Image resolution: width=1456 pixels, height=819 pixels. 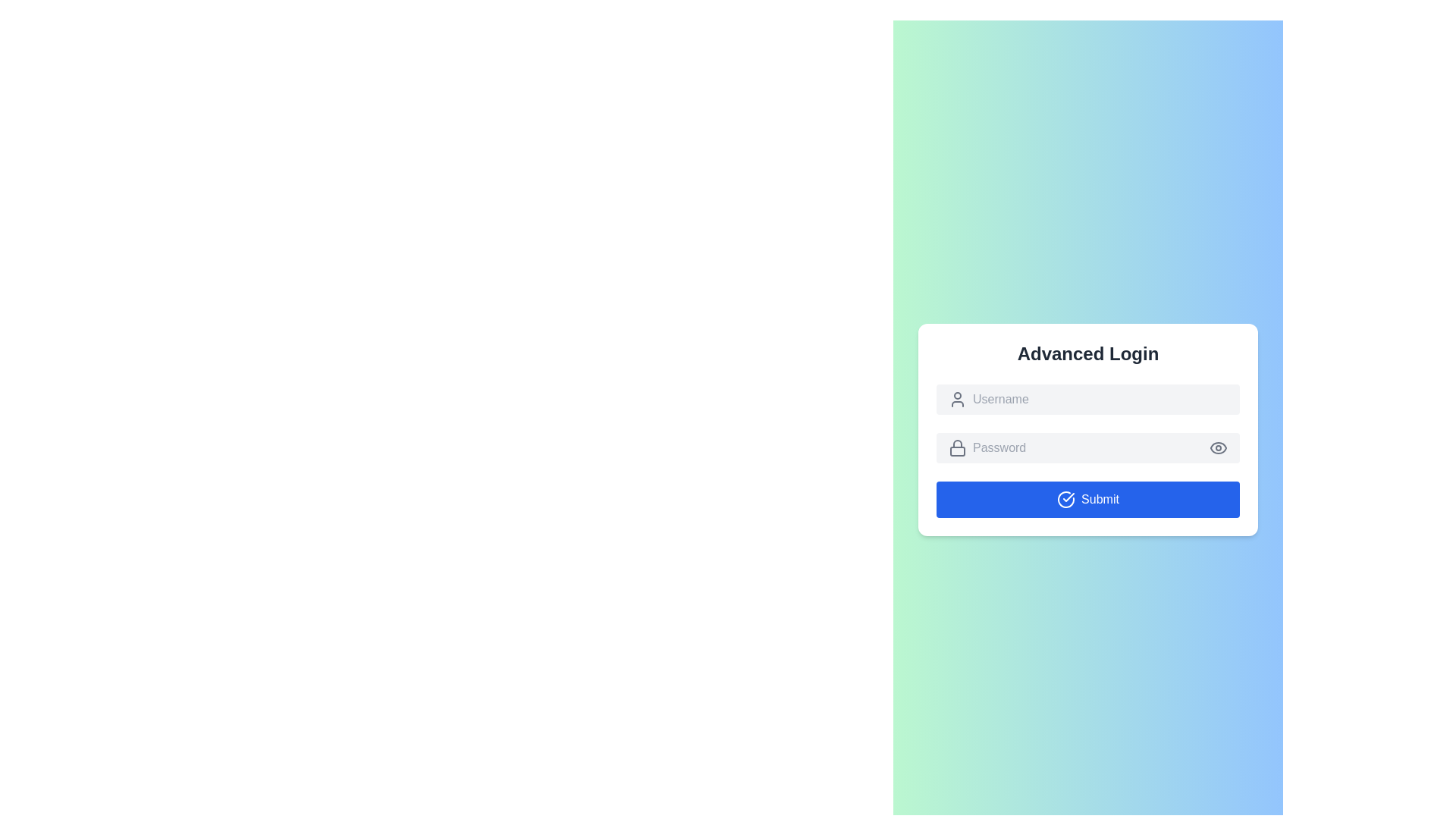 What do you see at coordinates (956, 447) in the screenshot?
I see `the lock icon located on the left side of the password input field within the login form, which indicates that the corresponding input field is for entering a password` at bounding box center [956, 447].